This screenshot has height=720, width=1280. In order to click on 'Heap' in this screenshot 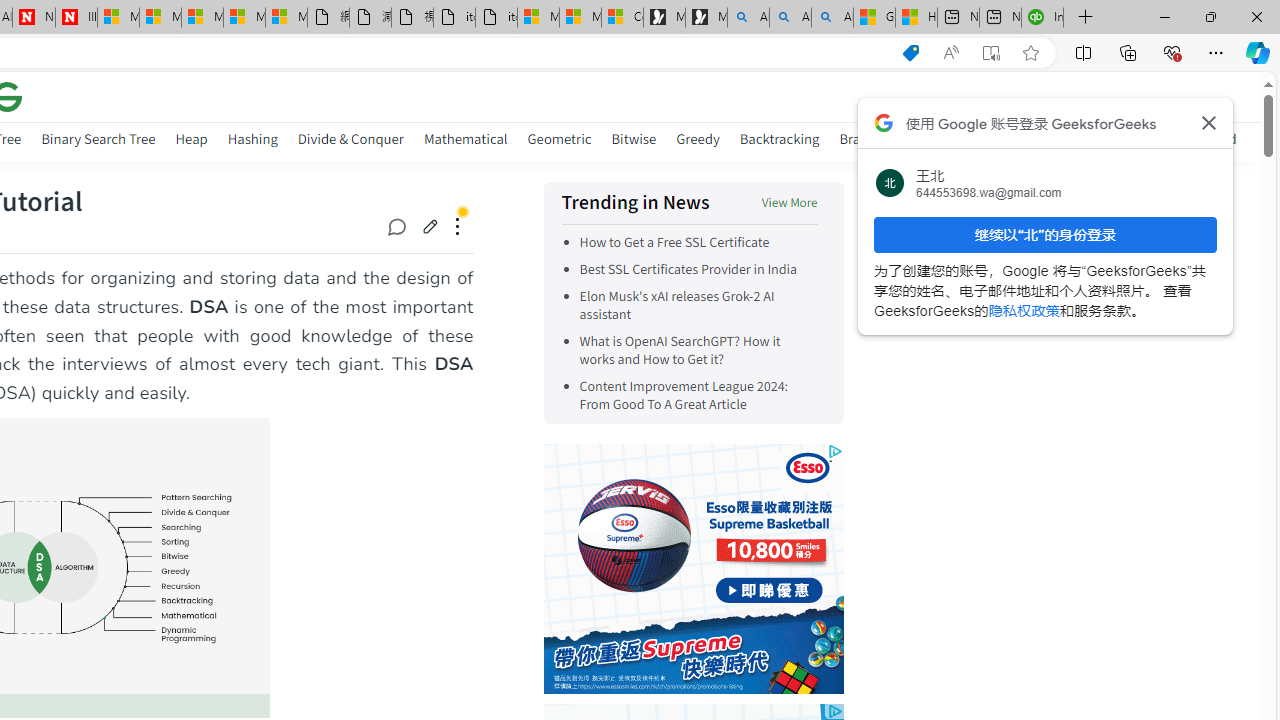, I will do `click(191, 138)`.